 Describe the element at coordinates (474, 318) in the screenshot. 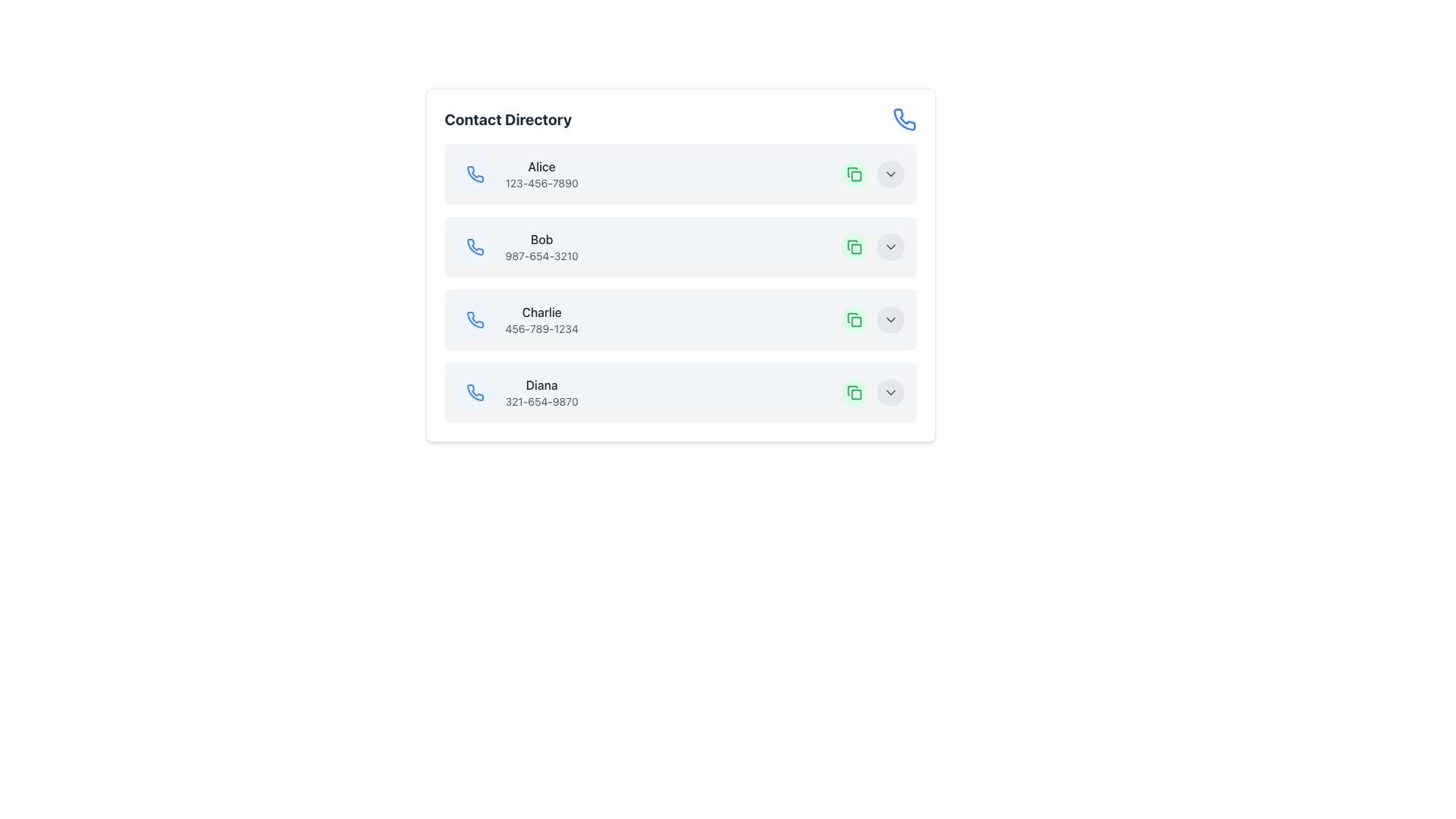

I see `the phone call button aligned with 'Charlie' in the third row to initiate a call` at that location.